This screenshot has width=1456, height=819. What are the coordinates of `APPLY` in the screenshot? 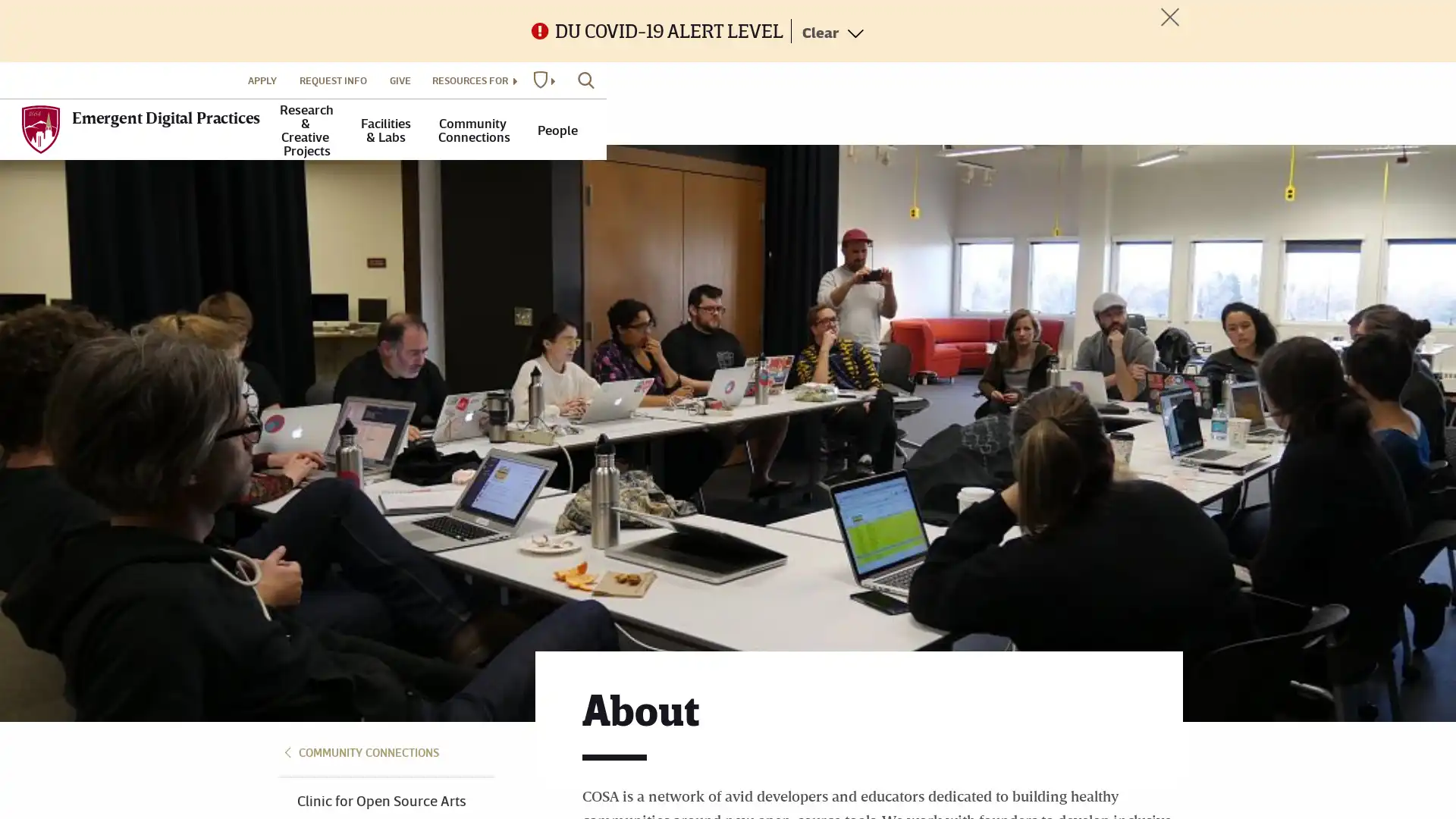 It's located at (837, 80).